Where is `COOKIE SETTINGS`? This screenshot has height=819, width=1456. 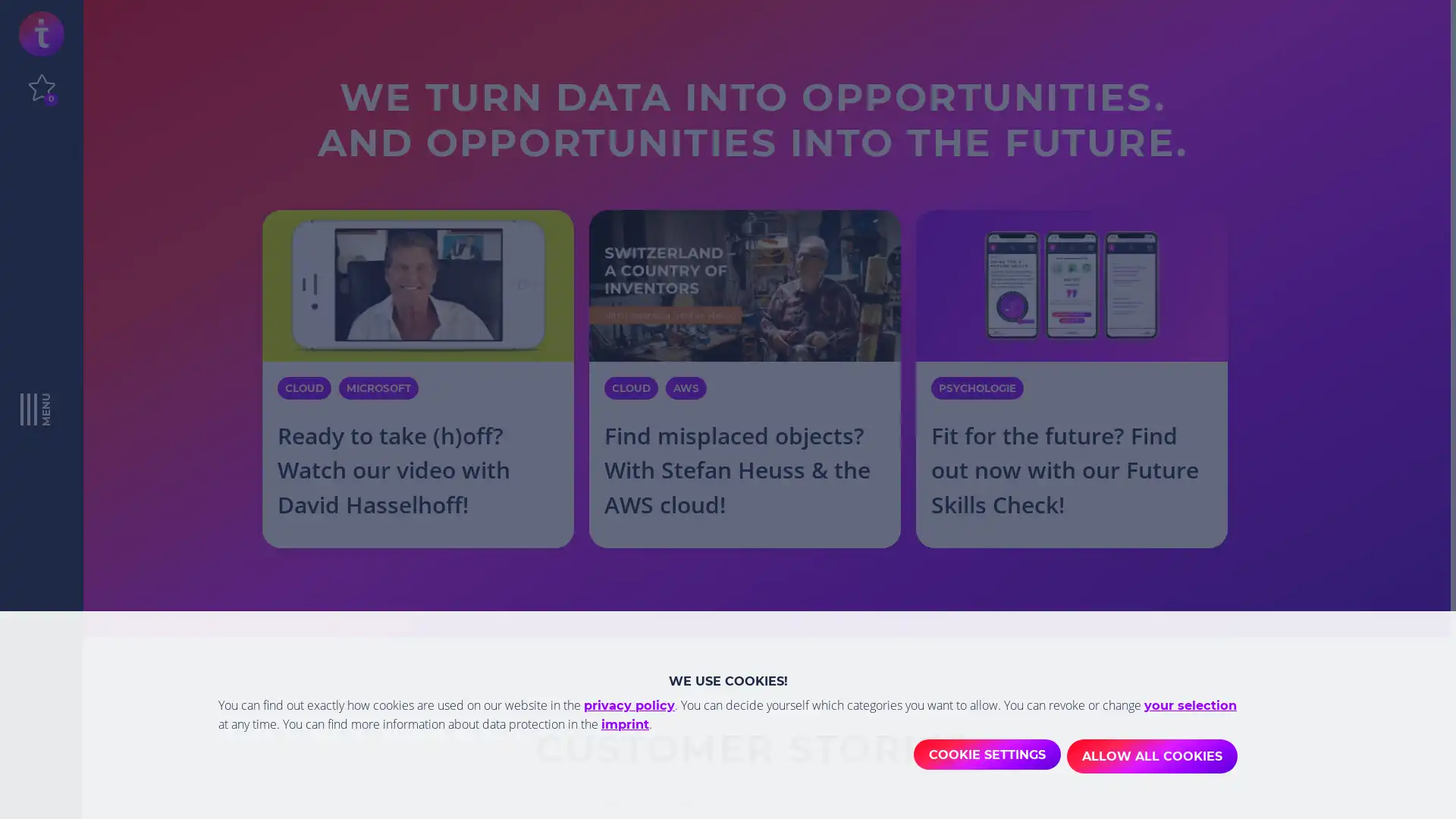
COOKIE SETTINGS is located at coordinates (982, 758).